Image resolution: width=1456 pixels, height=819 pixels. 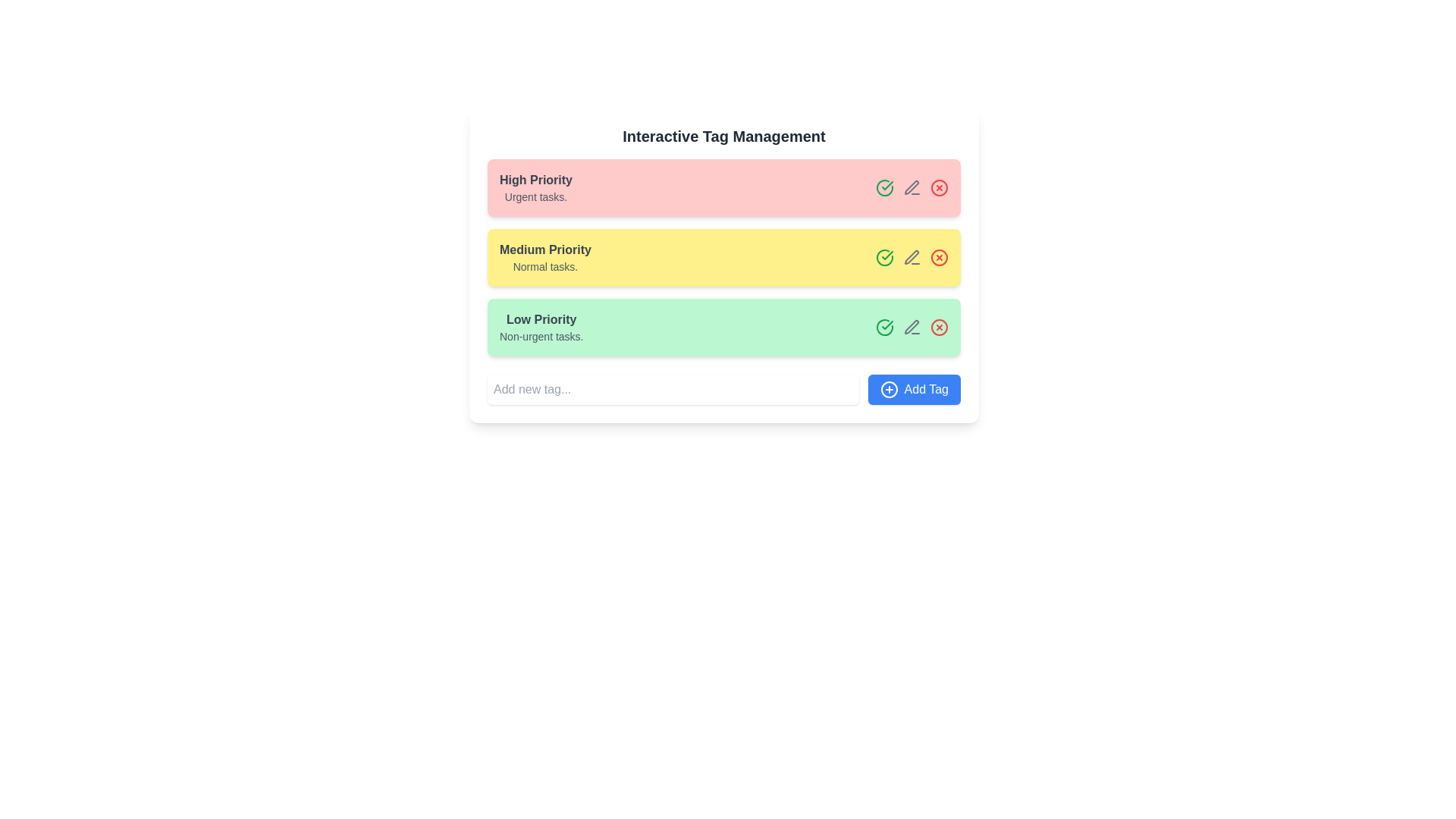 What do you see at coordinates (889, 388) in the screenshot?
I see `the 'Add Tag' icon represented by an SVG component located at the bottom-right corner of the interface, which visually emphasizes the action of adding a new tag` at bounding box center [889, 388].